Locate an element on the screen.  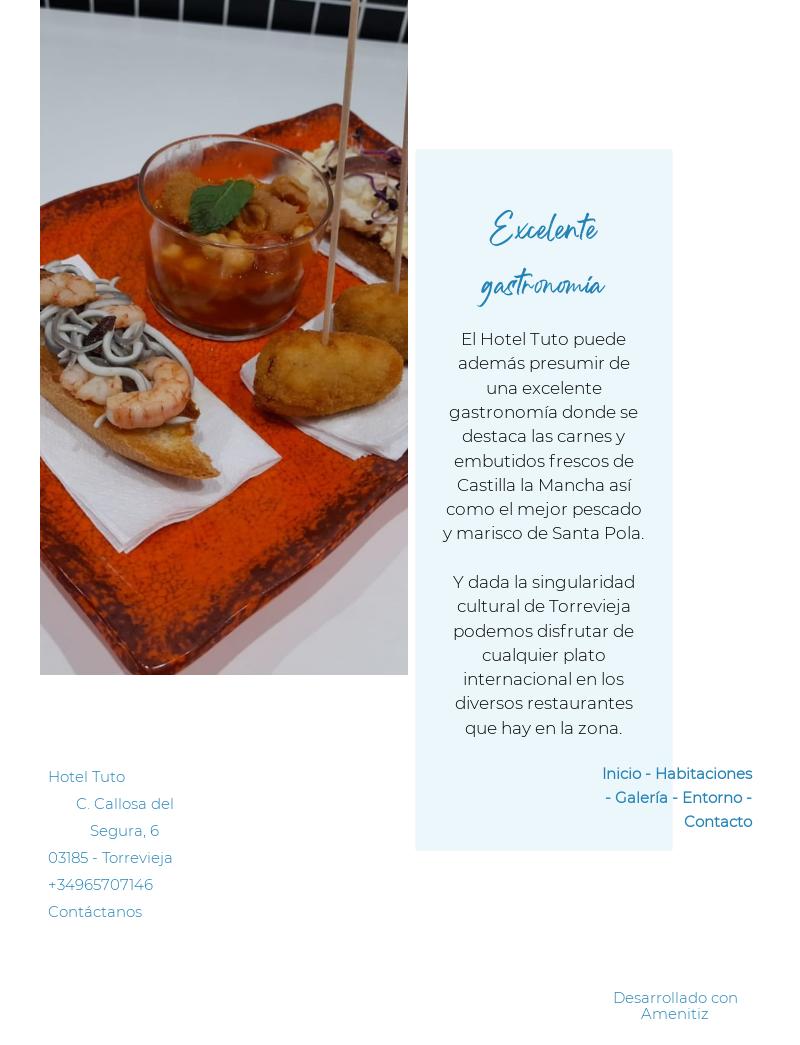
'Habitaciones' is located at coordinates (702, 772).